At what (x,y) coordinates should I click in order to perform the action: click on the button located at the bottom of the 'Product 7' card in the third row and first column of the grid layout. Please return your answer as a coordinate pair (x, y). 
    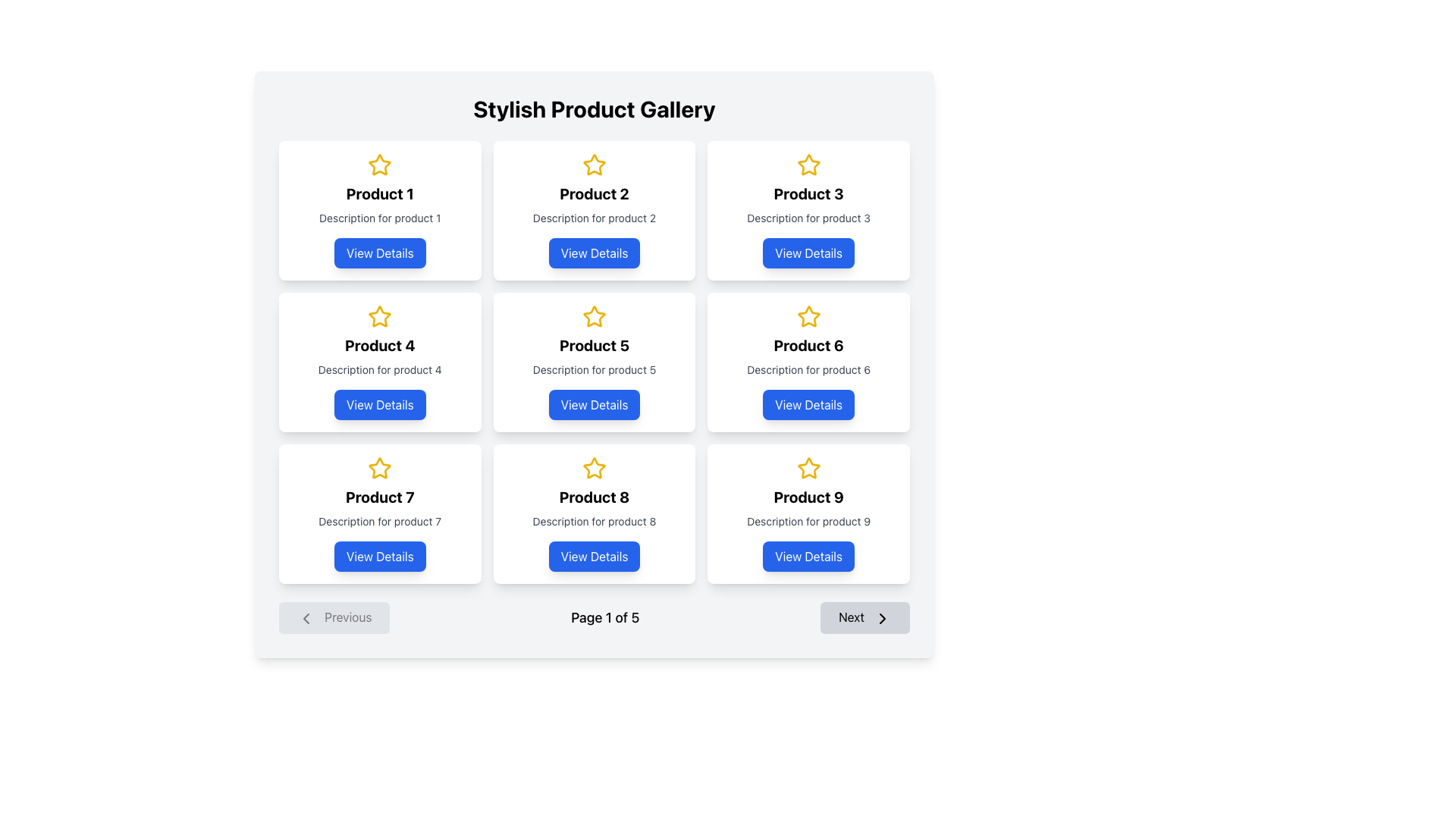
    Looking at the image, I should click on (380, 556).